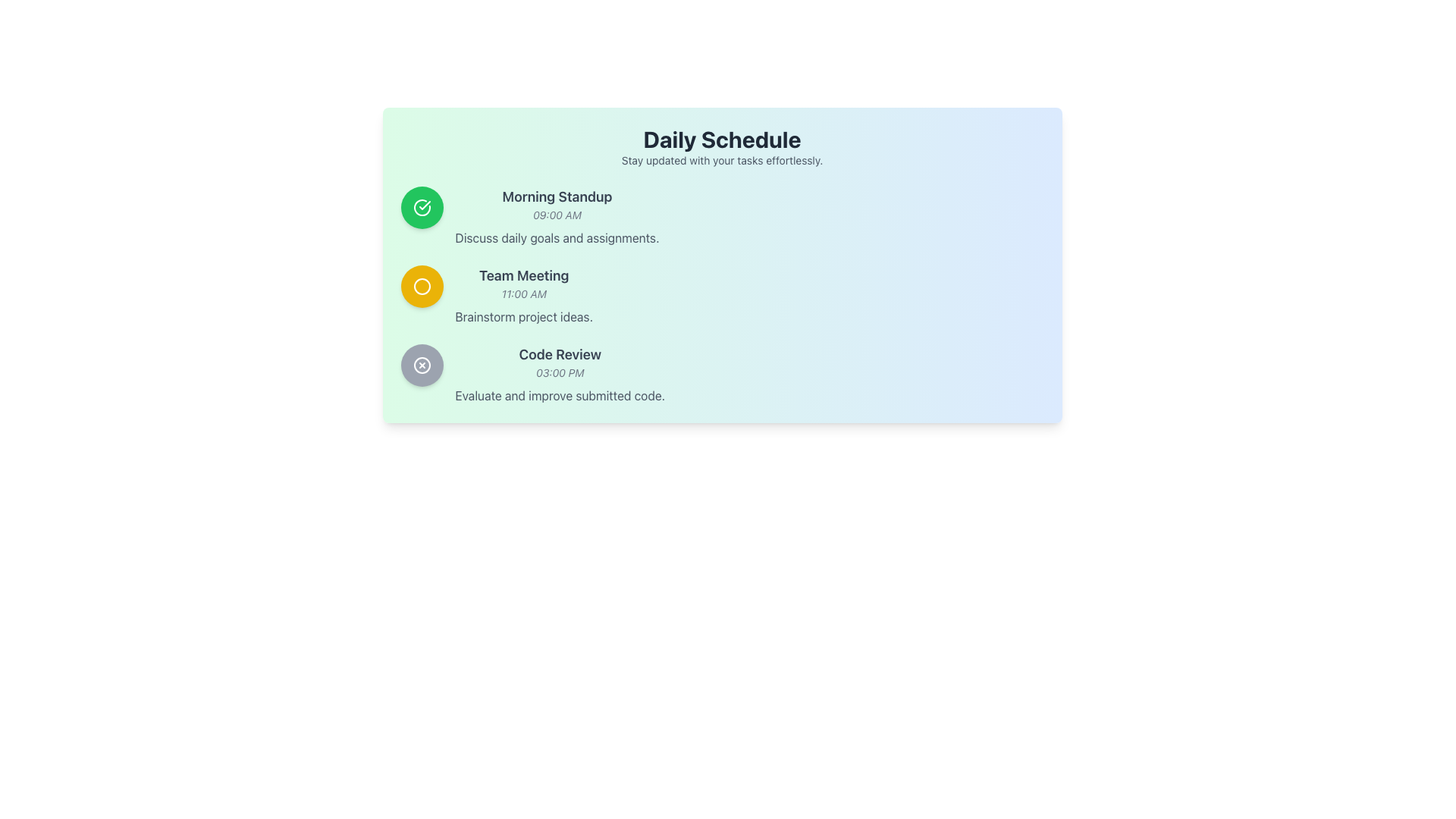  I want to click on the 'Team Meeting' icon button located to the left of the 'Team Meeting' text and its time '11:00 AM' in the daily schedule interface, so click(422, 287).